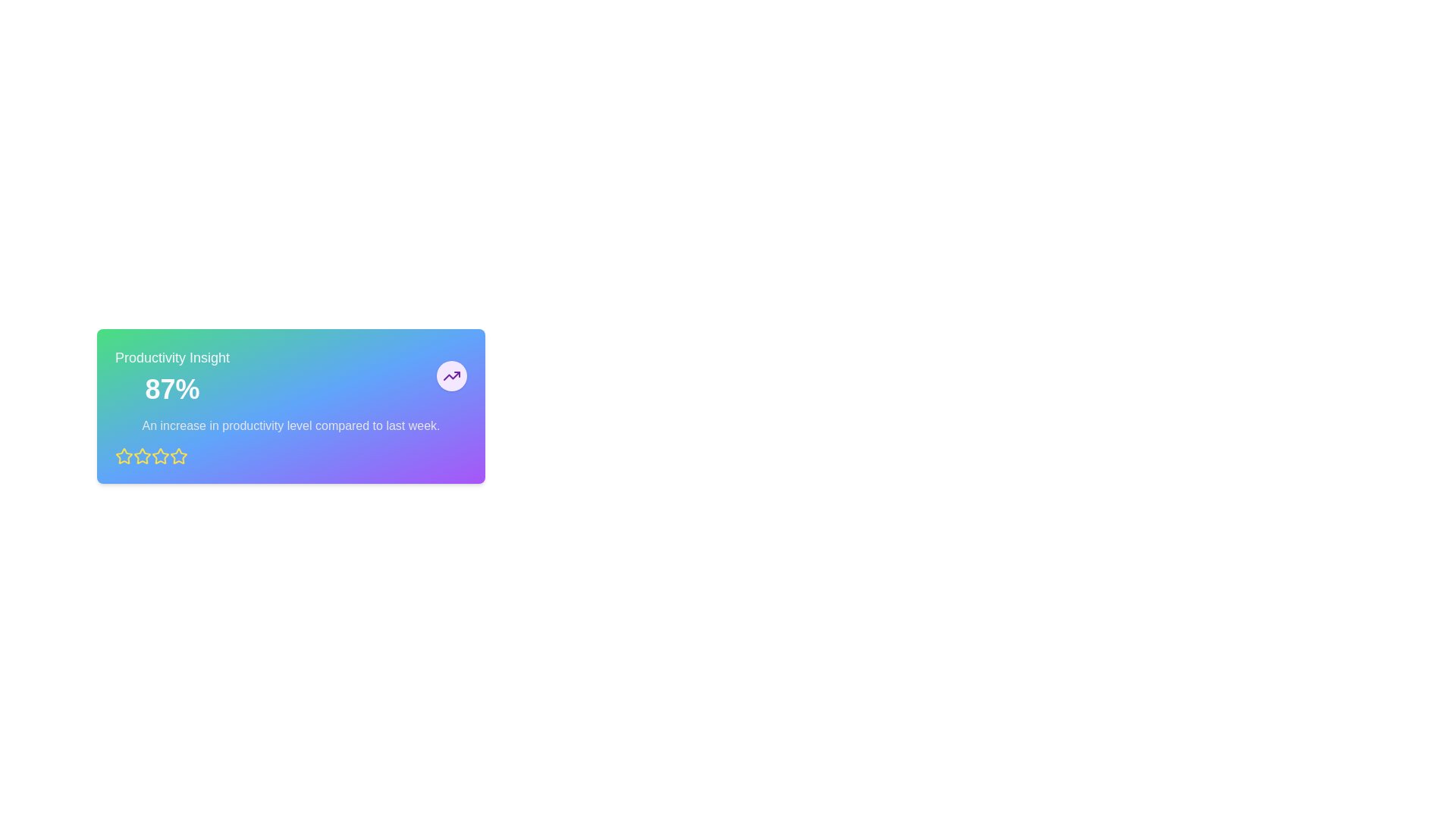 The height and width of the screenshot is (819, 1456). I want to click on the second star from the left in the row of five star icons located in the bottom-left corner of the card, so click(160, 455).